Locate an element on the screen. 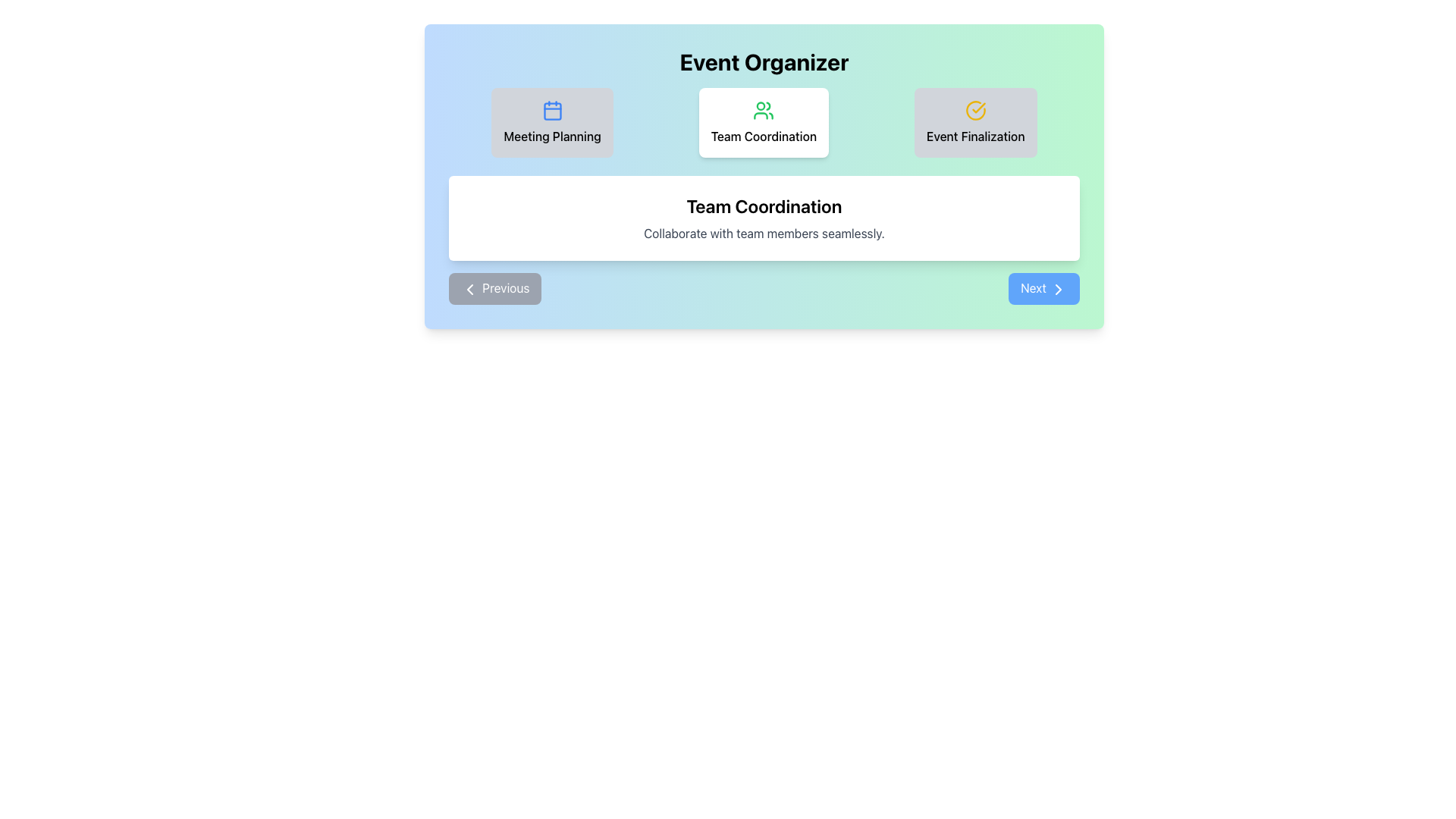 The height and width of the screenshot is (819, 1456). the selectable card for managing or finalizing an event, which is the third card from the left in a horizontal group of three cards is located at coordinates (975, 122).